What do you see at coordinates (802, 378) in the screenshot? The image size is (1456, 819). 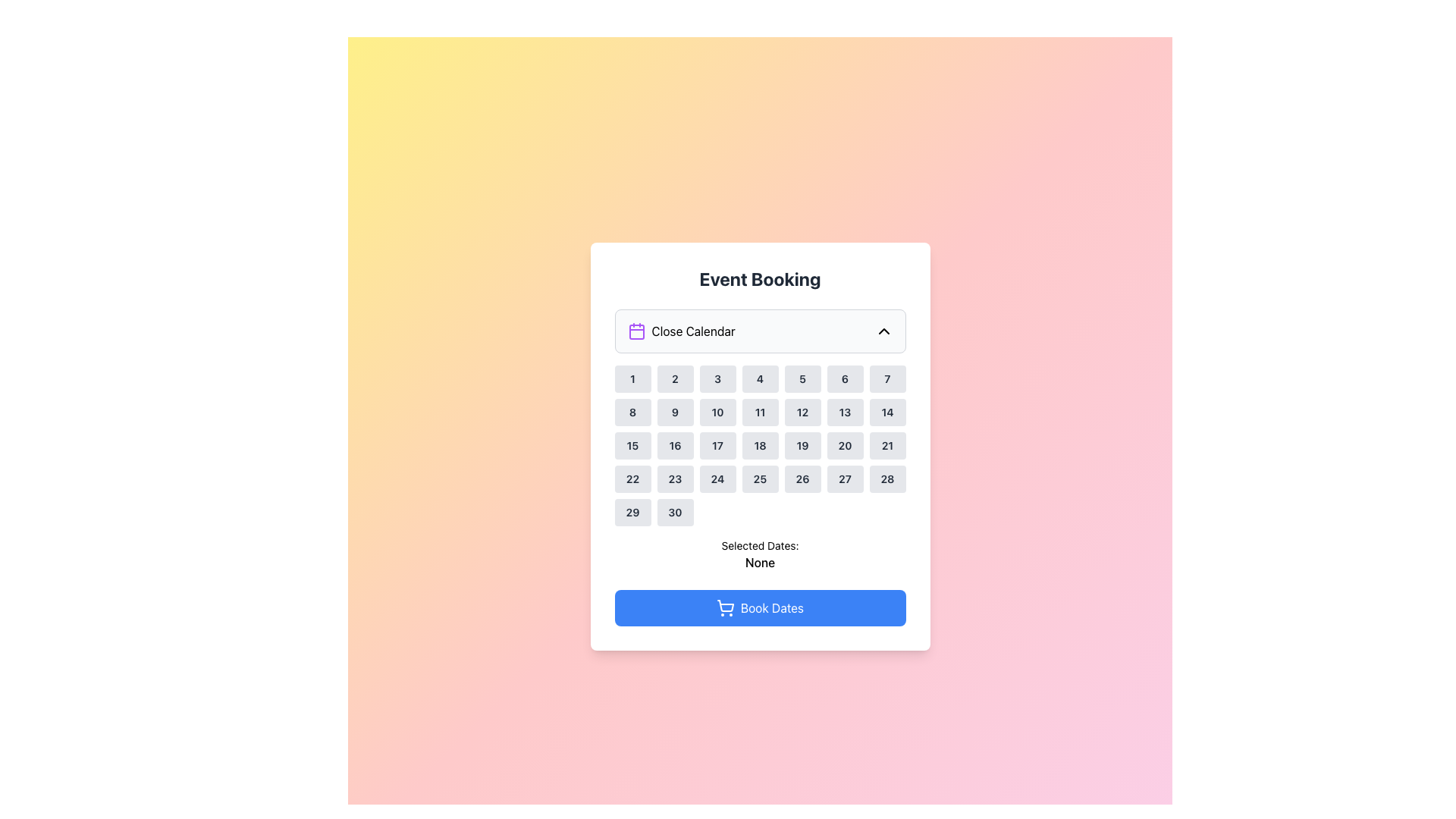 I see `the fifth button` at bounding box center [802, 378].